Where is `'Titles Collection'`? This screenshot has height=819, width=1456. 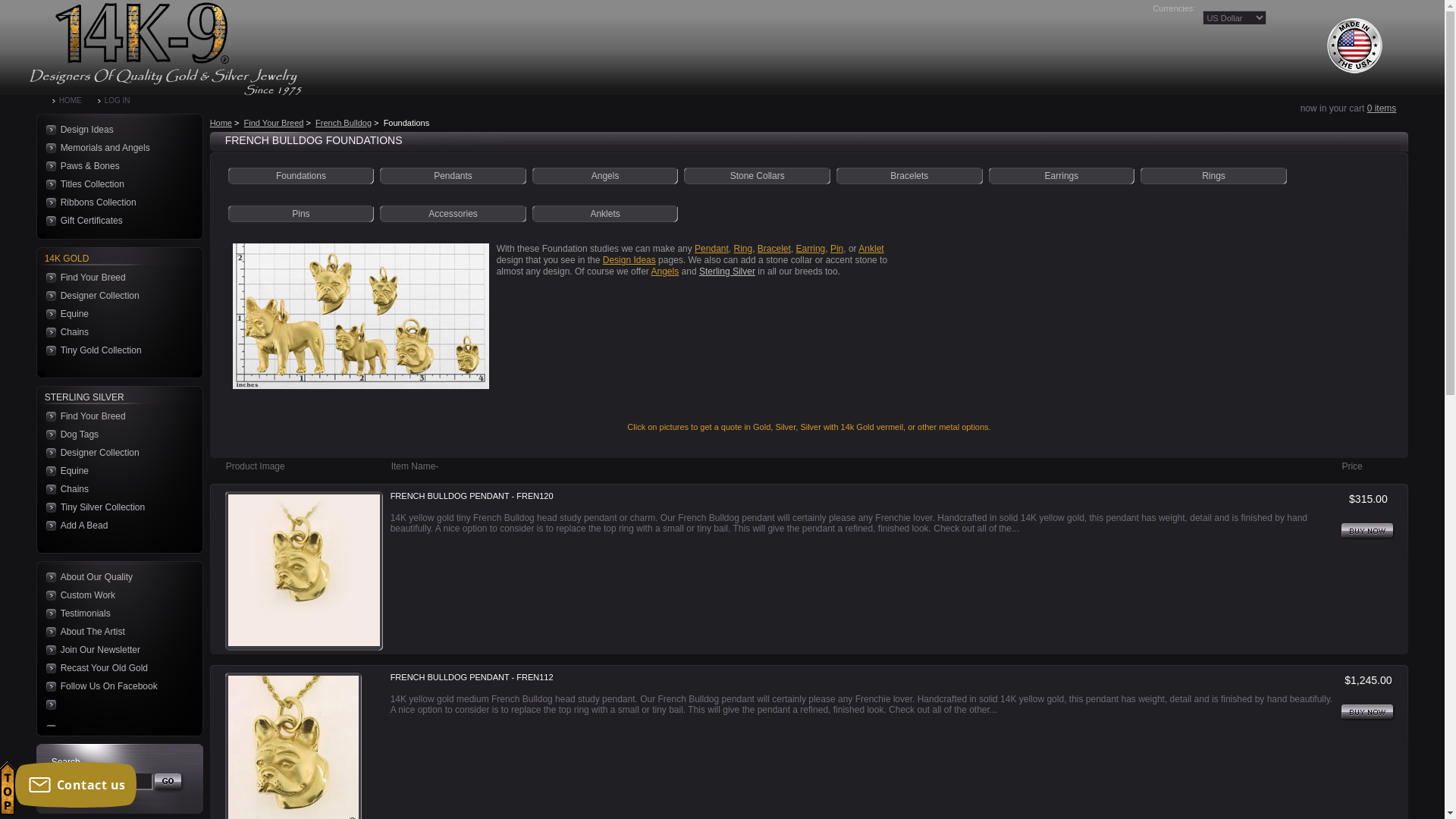 'Titles Collection' is located at coordinates (115, 184).